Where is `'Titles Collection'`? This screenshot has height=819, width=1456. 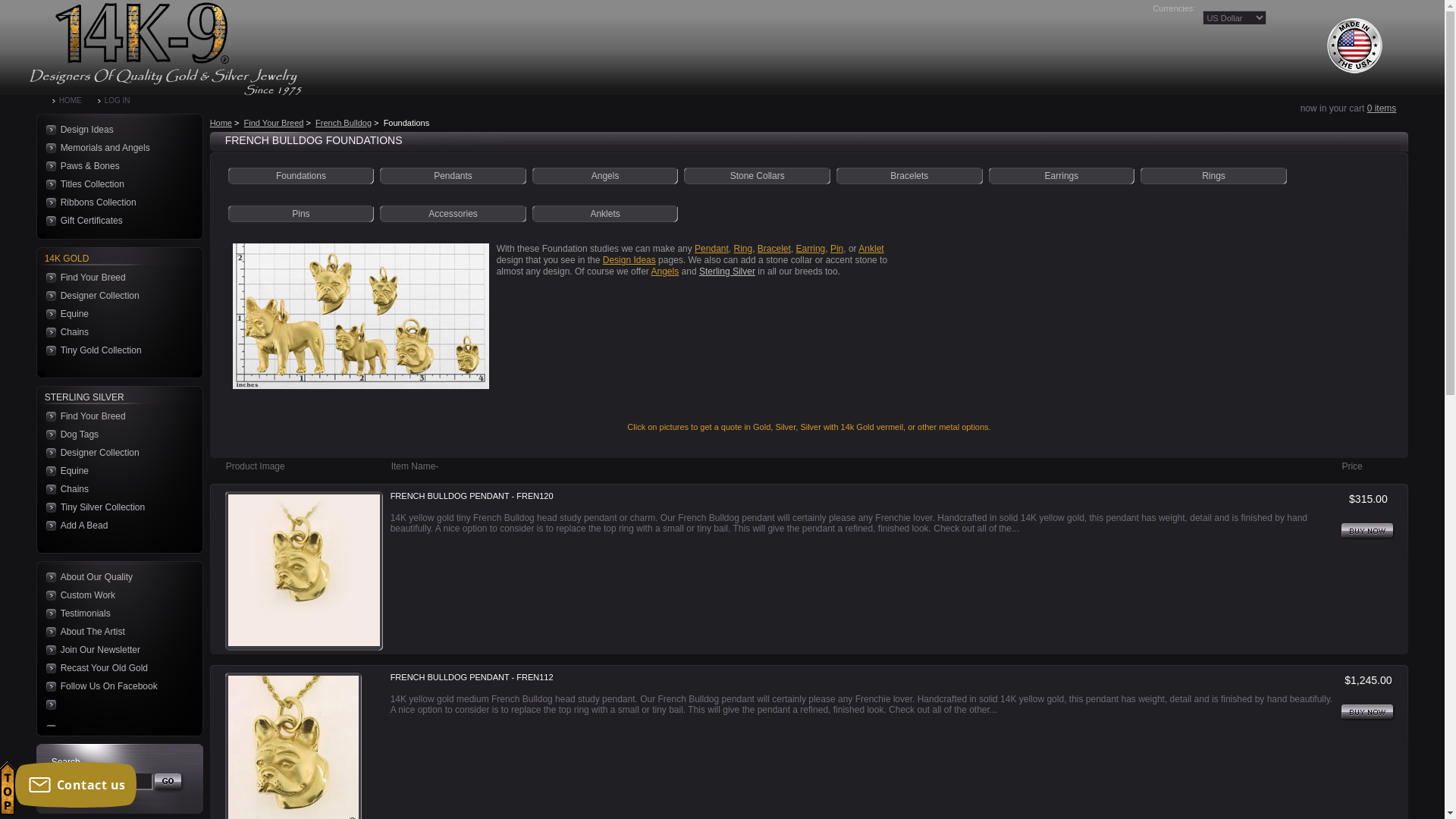 'Titles Collection' is located at coordinates (115, 184).